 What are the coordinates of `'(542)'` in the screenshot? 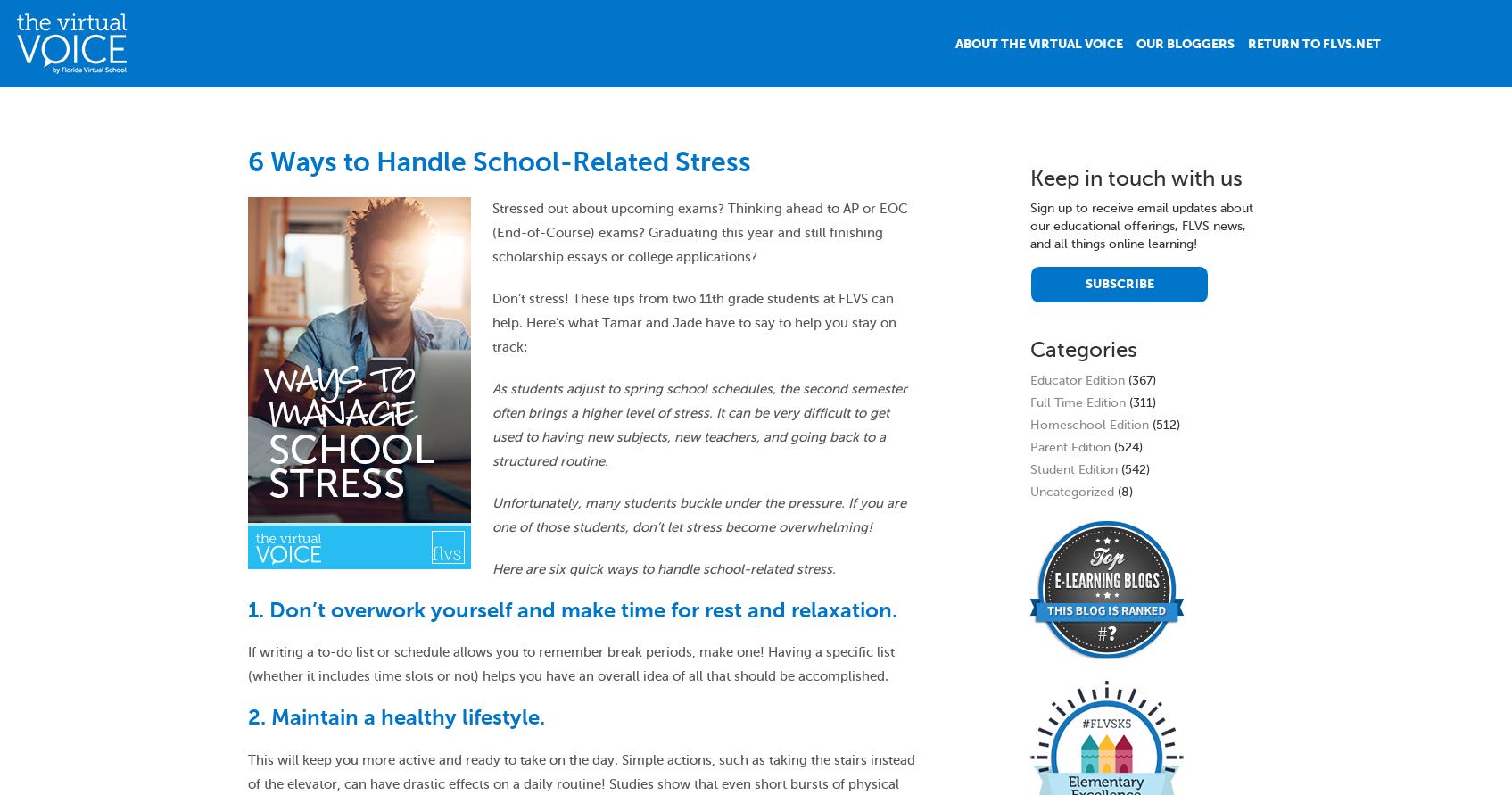 It's located at (1133, 468).